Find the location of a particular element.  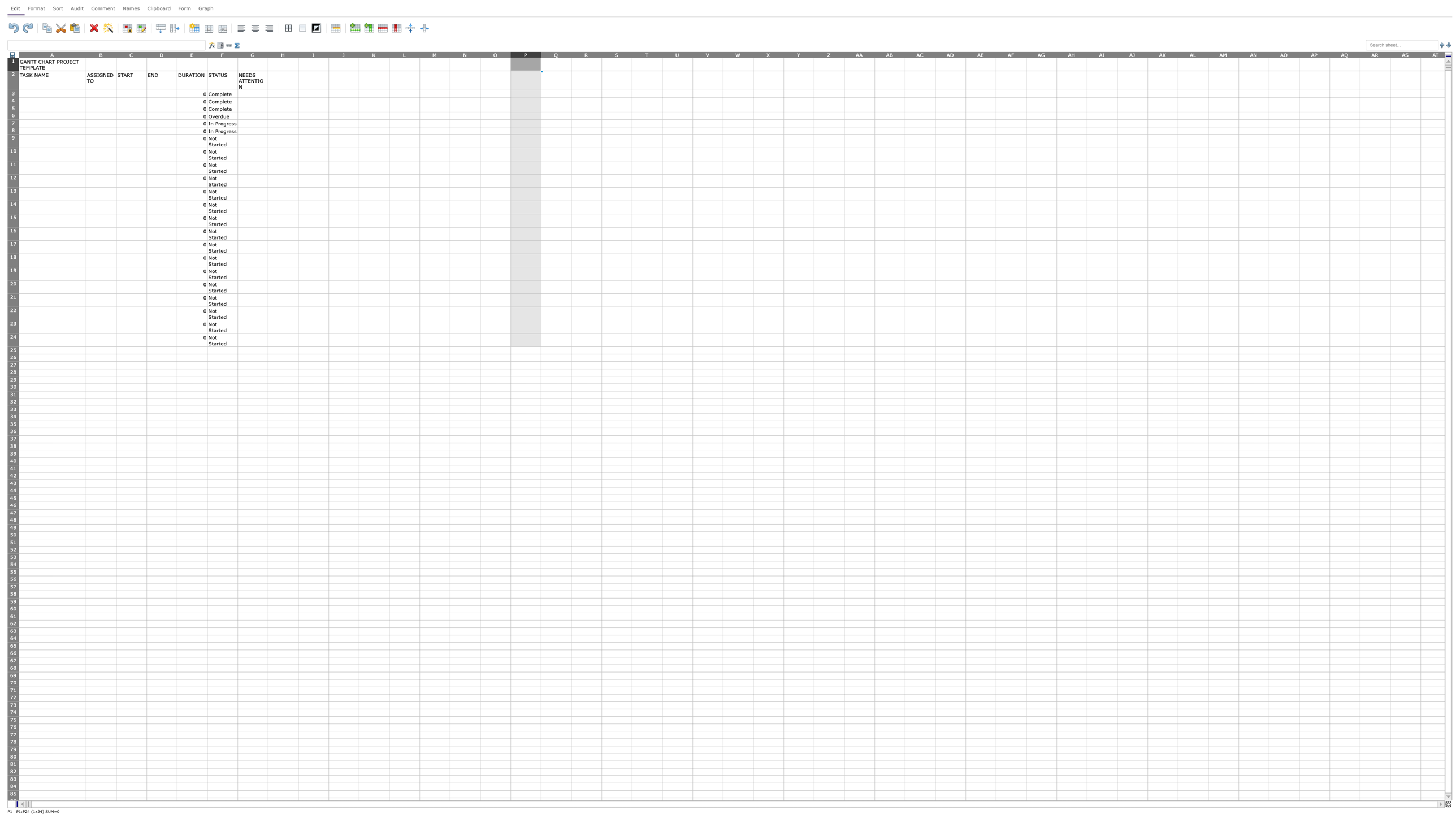

Place cursor on column Q's resize area is located at coordinates (571, 54).